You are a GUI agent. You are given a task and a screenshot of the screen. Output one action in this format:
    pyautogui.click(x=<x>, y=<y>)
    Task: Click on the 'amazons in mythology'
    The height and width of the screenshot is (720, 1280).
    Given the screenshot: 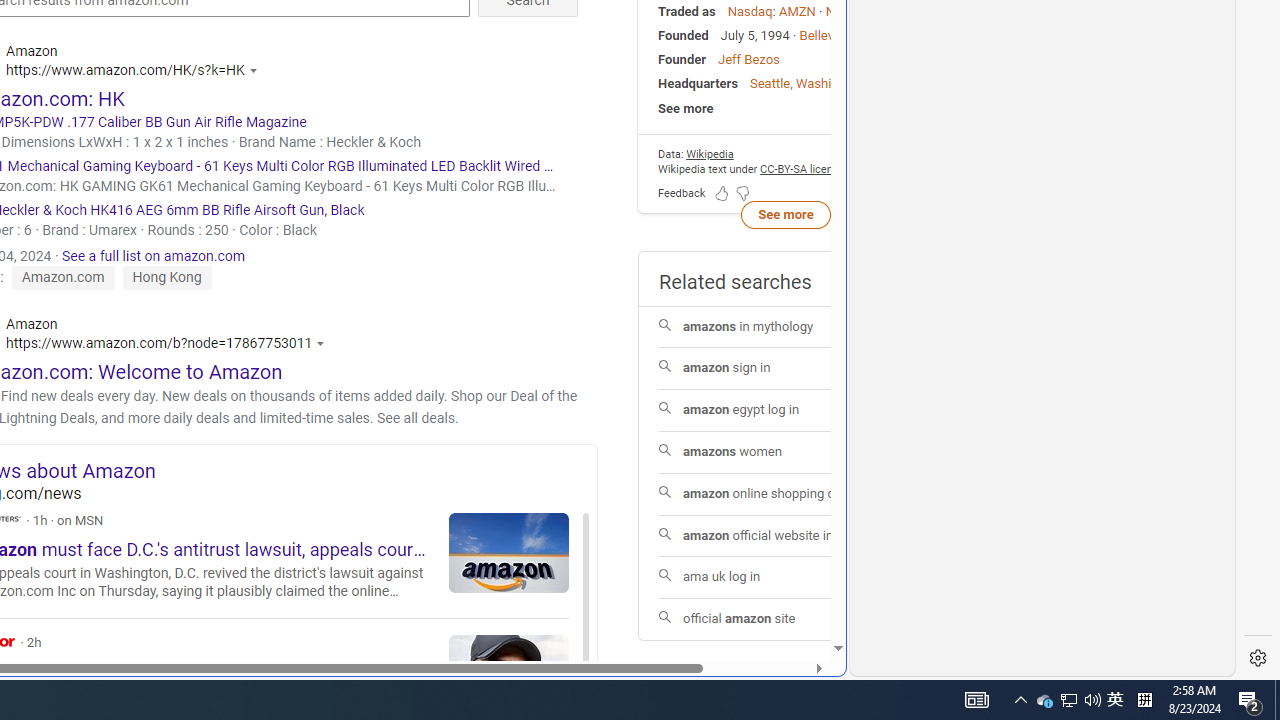 What is the action you would take?
    pyautogui.click(x=784, y=326)
    